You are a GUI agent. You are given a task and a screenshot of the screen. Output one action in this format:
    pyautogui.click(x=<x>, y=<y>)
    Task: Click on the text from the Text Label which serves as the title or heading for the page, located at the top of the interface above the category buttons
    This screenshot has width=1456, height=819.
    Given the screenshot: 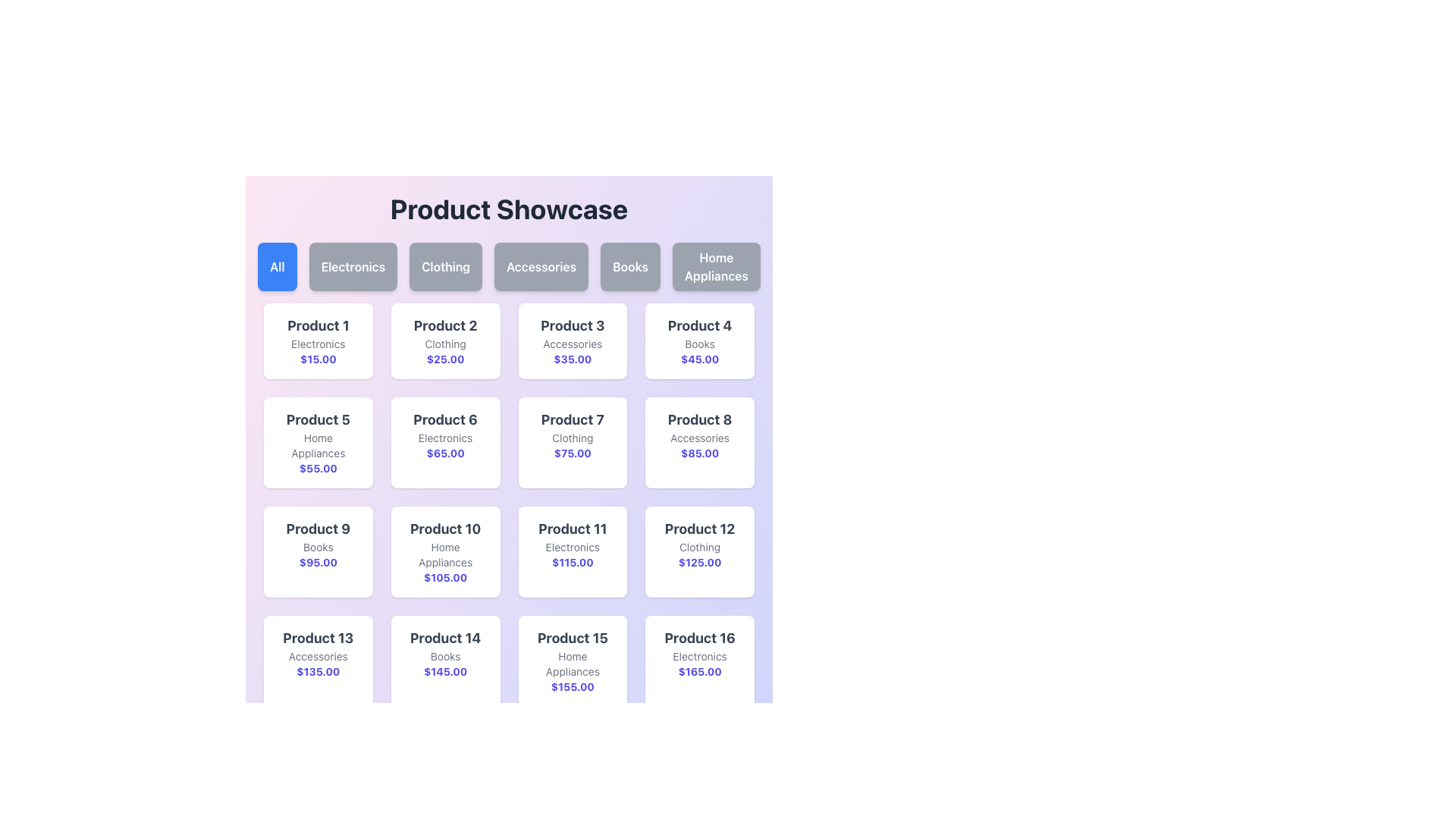 What is the action you would take?
    pyautogui.click(x=509, y=209)
    